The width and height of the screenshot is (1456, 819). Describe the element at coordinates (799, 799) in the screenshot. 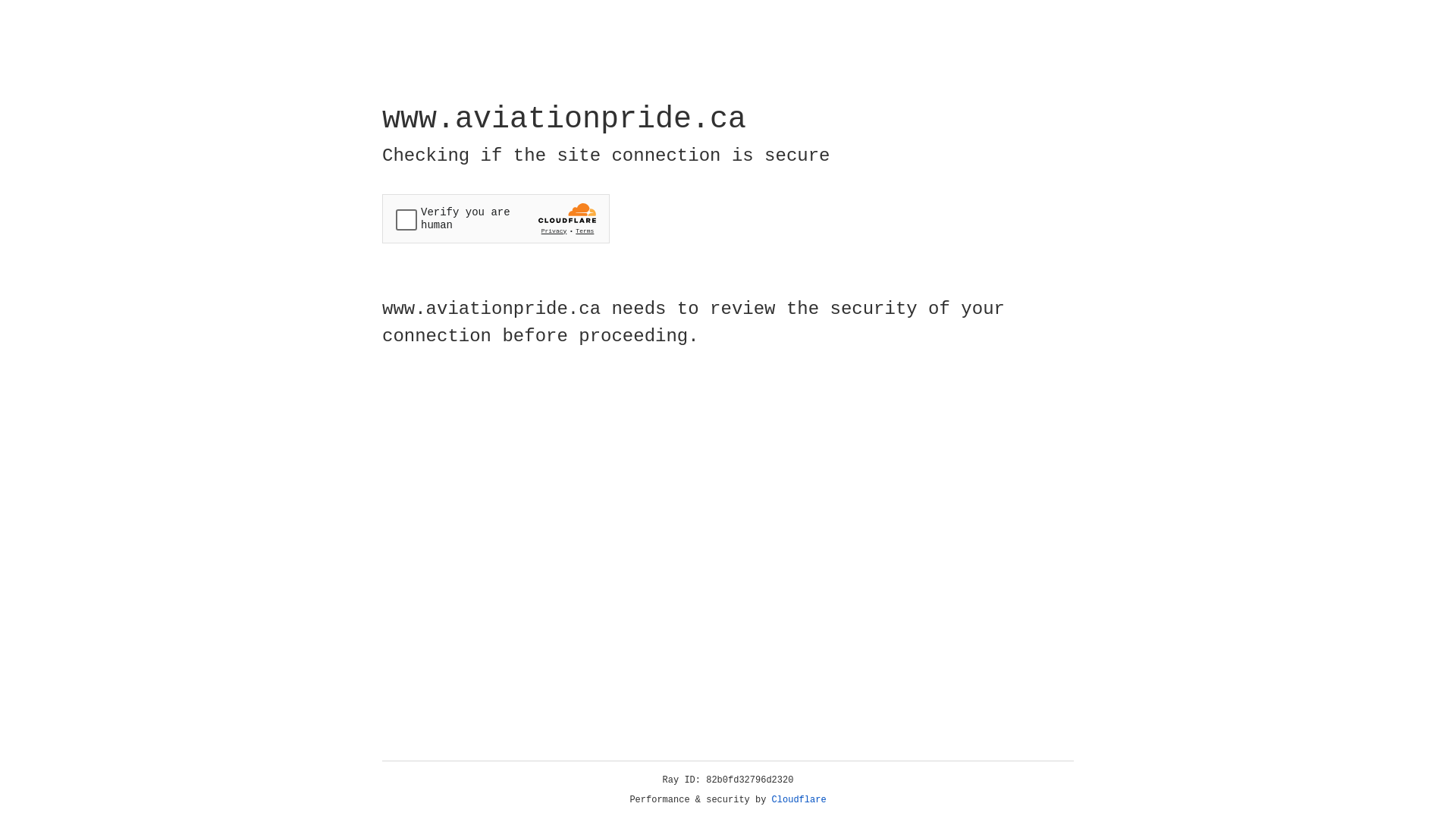

I see `'Cloudflare'` at that location.